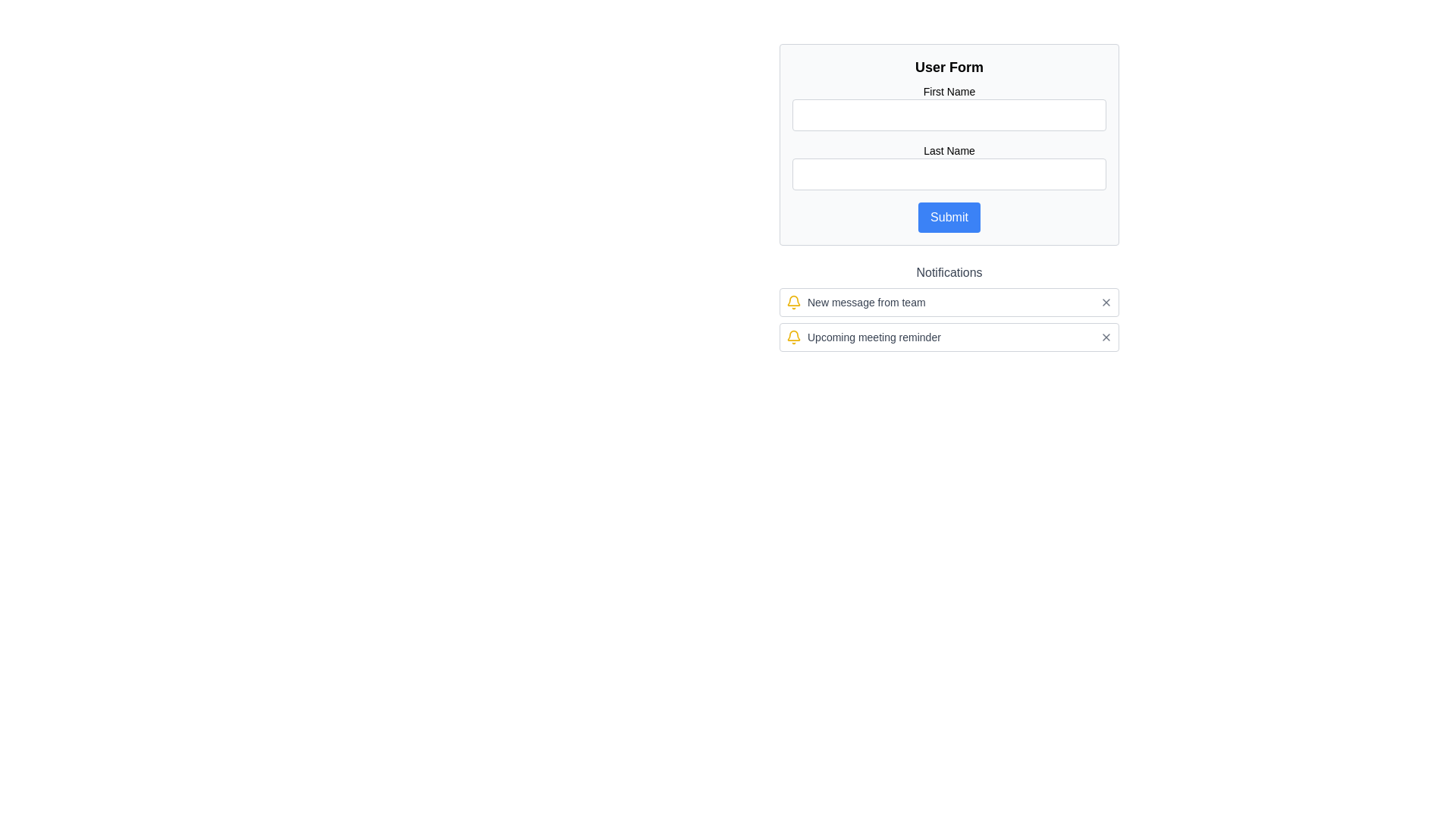 Image resolution: width=1456 pixels, height=819 pixels. What do you see at coordinates (949, 145) in the screenshot?
I see `inside the input fields of the form interface to type the user's first and last names` at bounding box center [949, 145].